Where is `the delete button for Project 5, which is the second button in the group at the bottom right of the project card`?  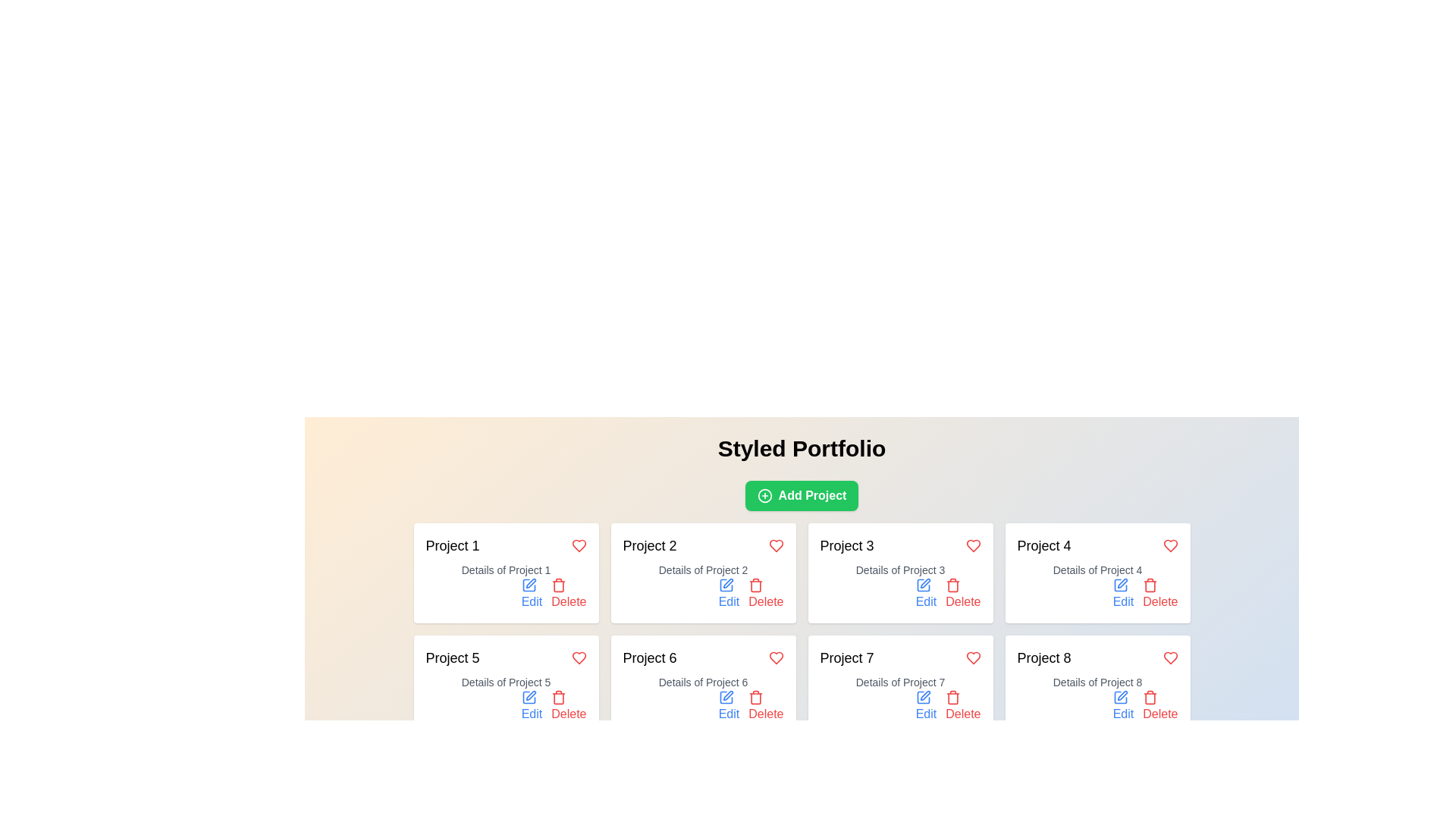
the delete button for Project 5, which is the second button in the group at the bottom right of the project card is located at coordinates (568, 707).